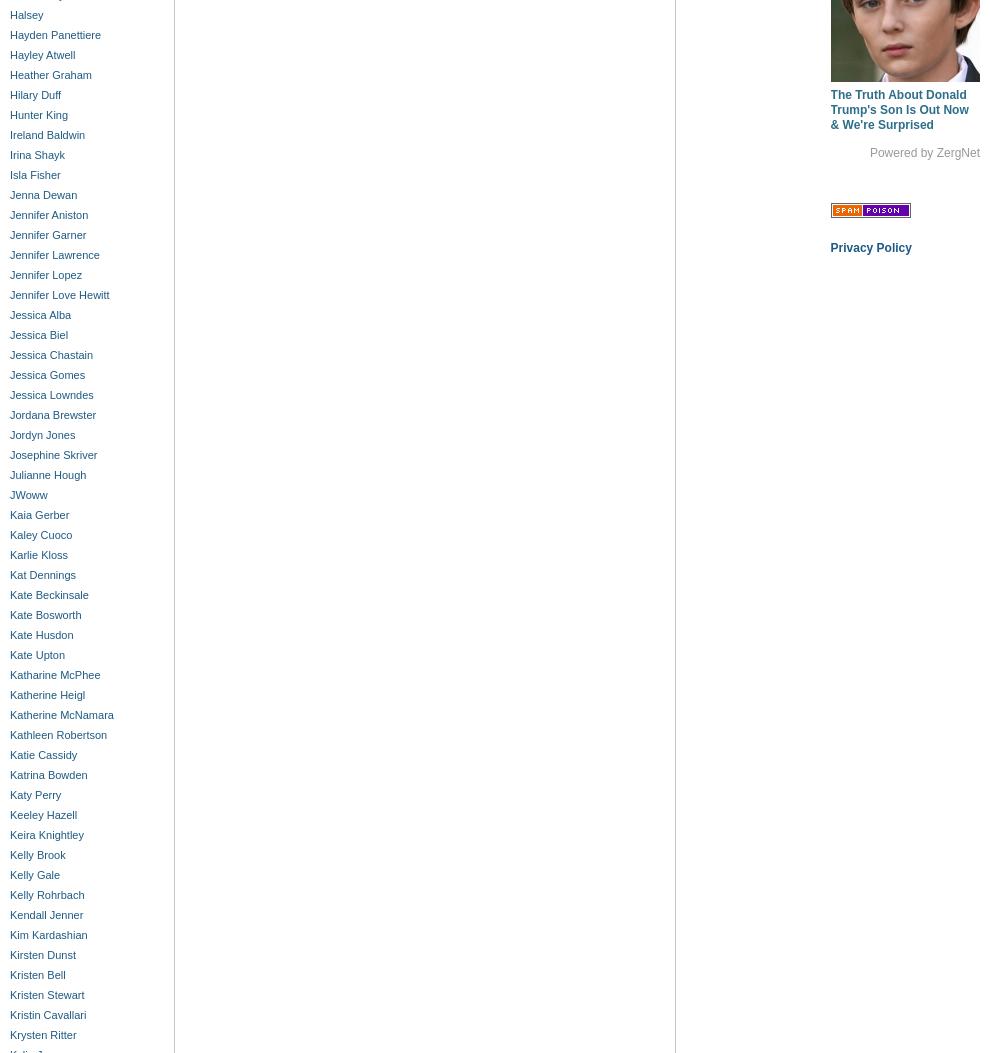 The height and width of the screenshot is (1053, 990). Describe the element at coordinates (46, 134) in the screenshot. I see `'Ireland Baldwin'` at that location.